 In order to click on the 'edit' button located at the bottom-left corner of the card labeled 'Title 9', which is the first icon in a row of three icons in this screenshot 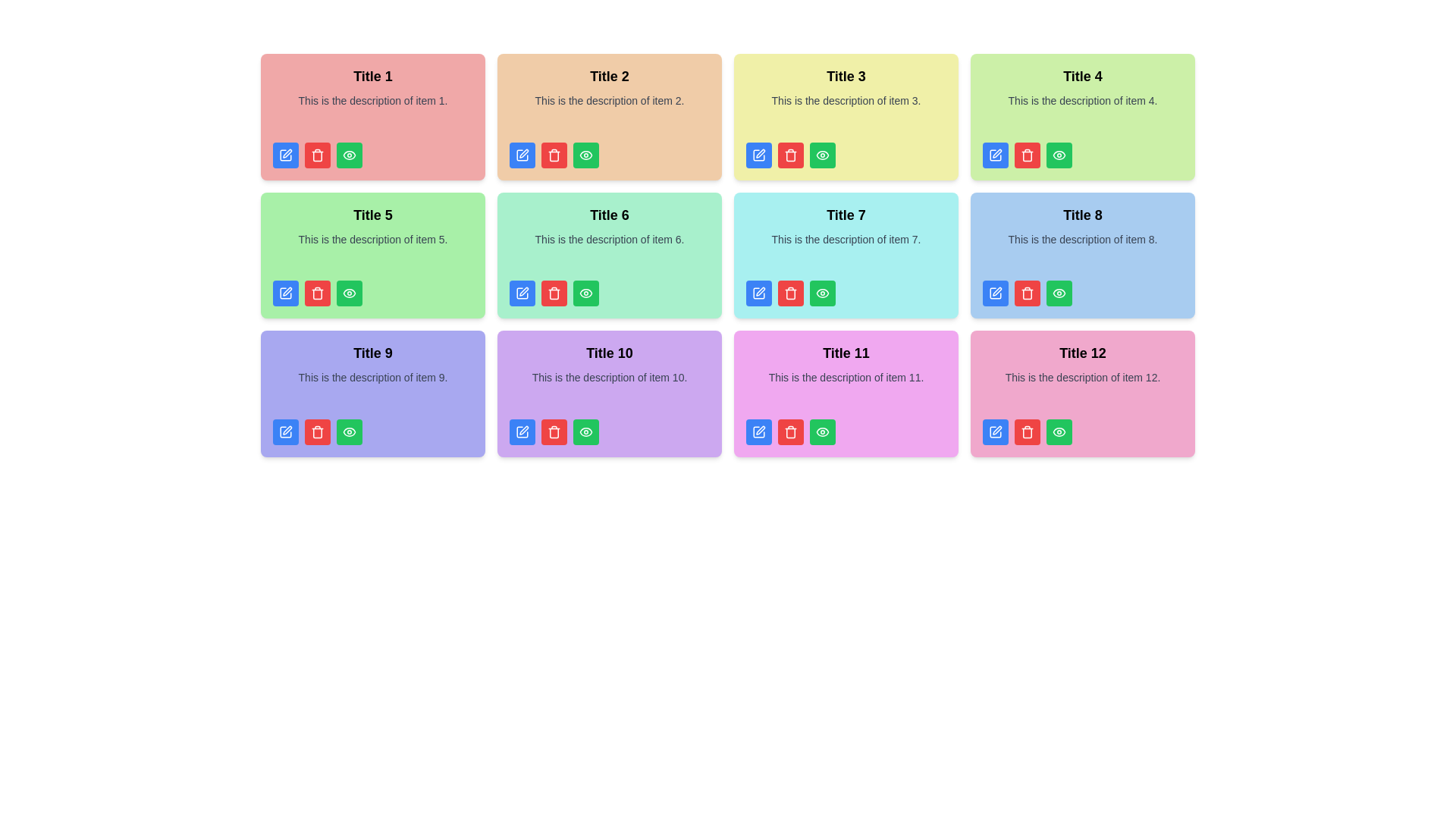, I will do `click(286, 431)`.